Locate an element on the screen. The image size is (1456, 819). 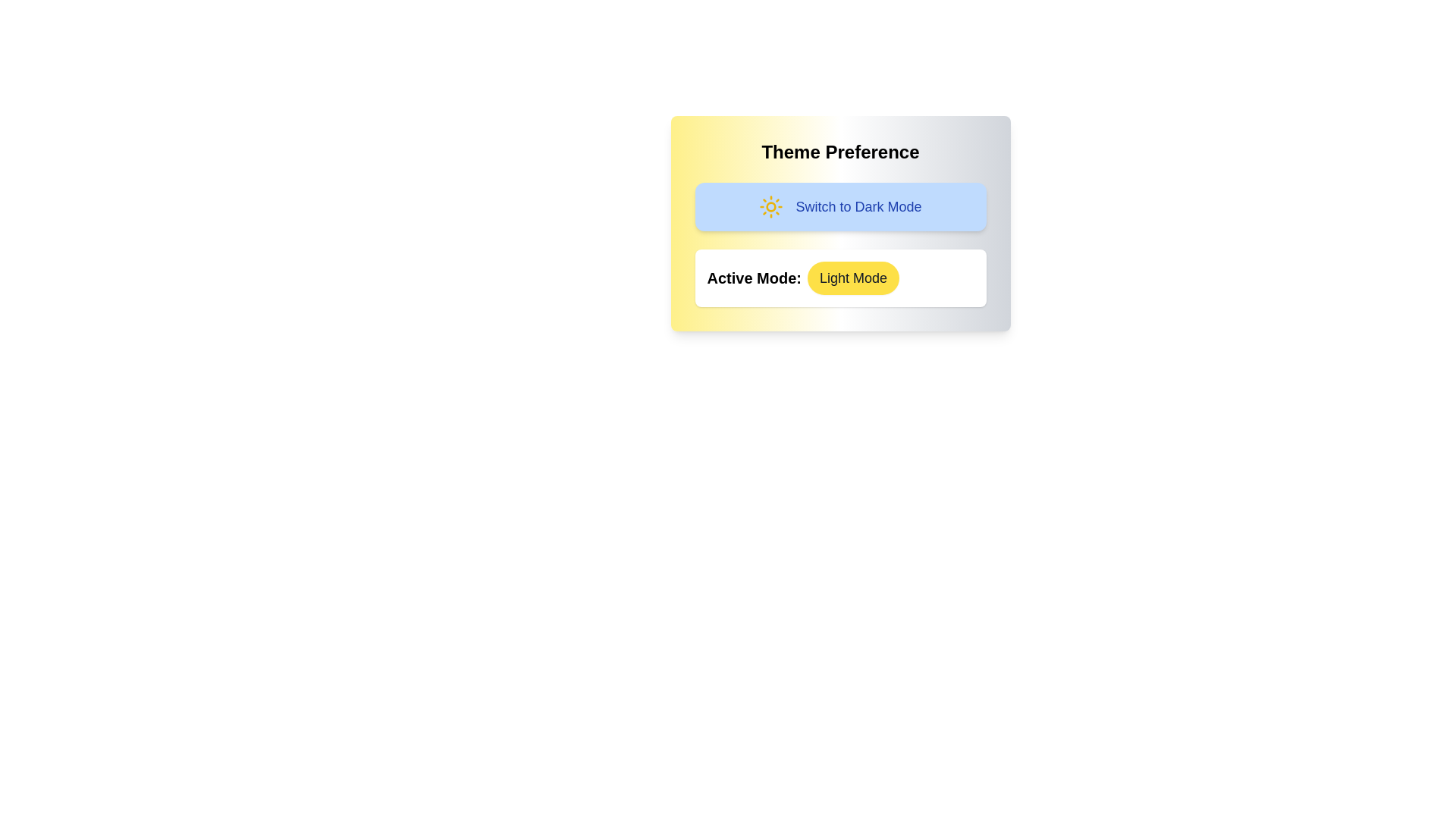
text from the modal panel that allows users to modify display theme settings, indicating the current active mode and offering an action button to switch to the alternate mode is located at coordinates (839, 275).